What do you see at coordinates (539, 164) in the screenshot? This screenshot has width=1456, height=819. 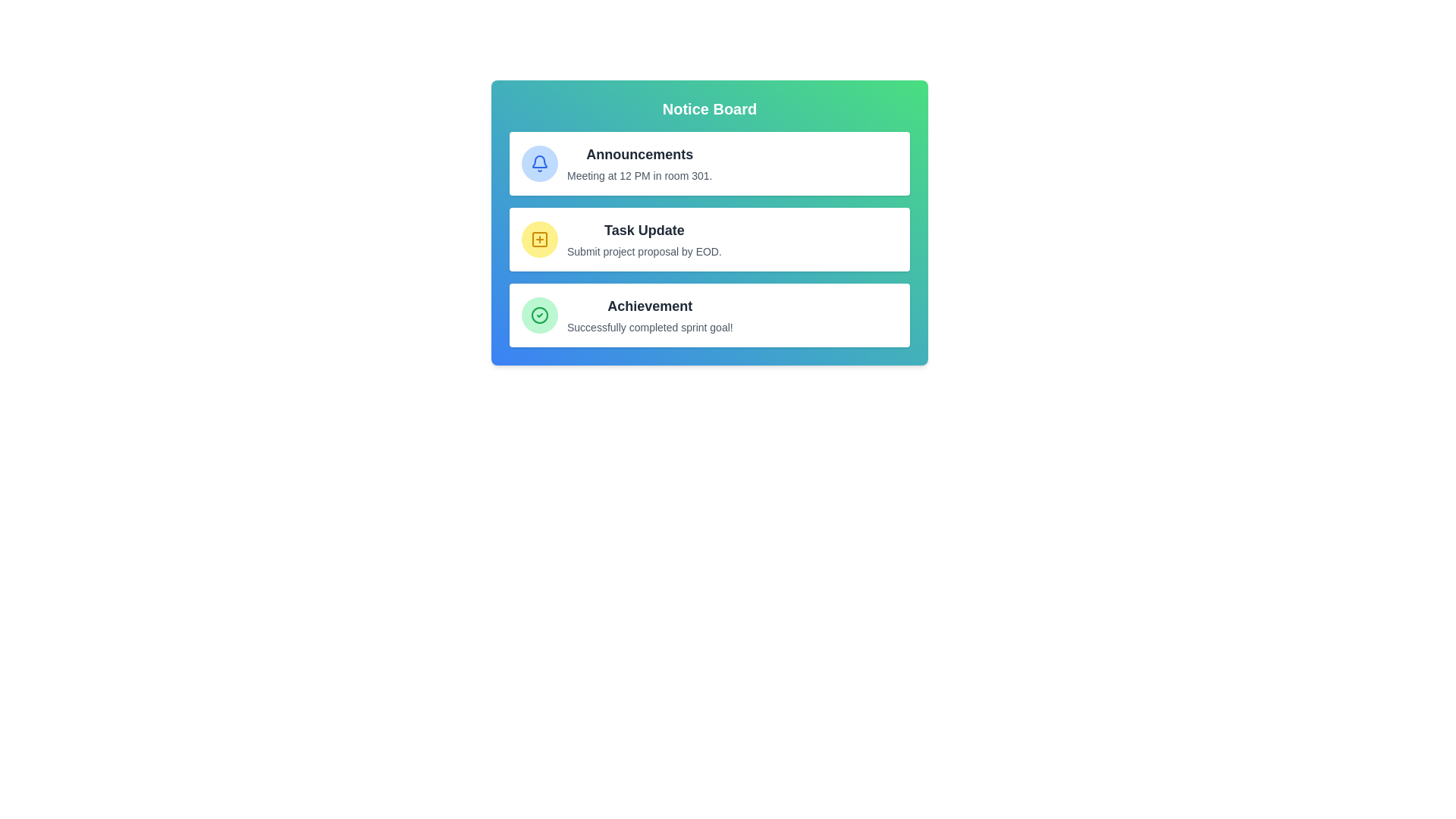 I see `the icon representing the message type info` at bounding box center [539, 164].